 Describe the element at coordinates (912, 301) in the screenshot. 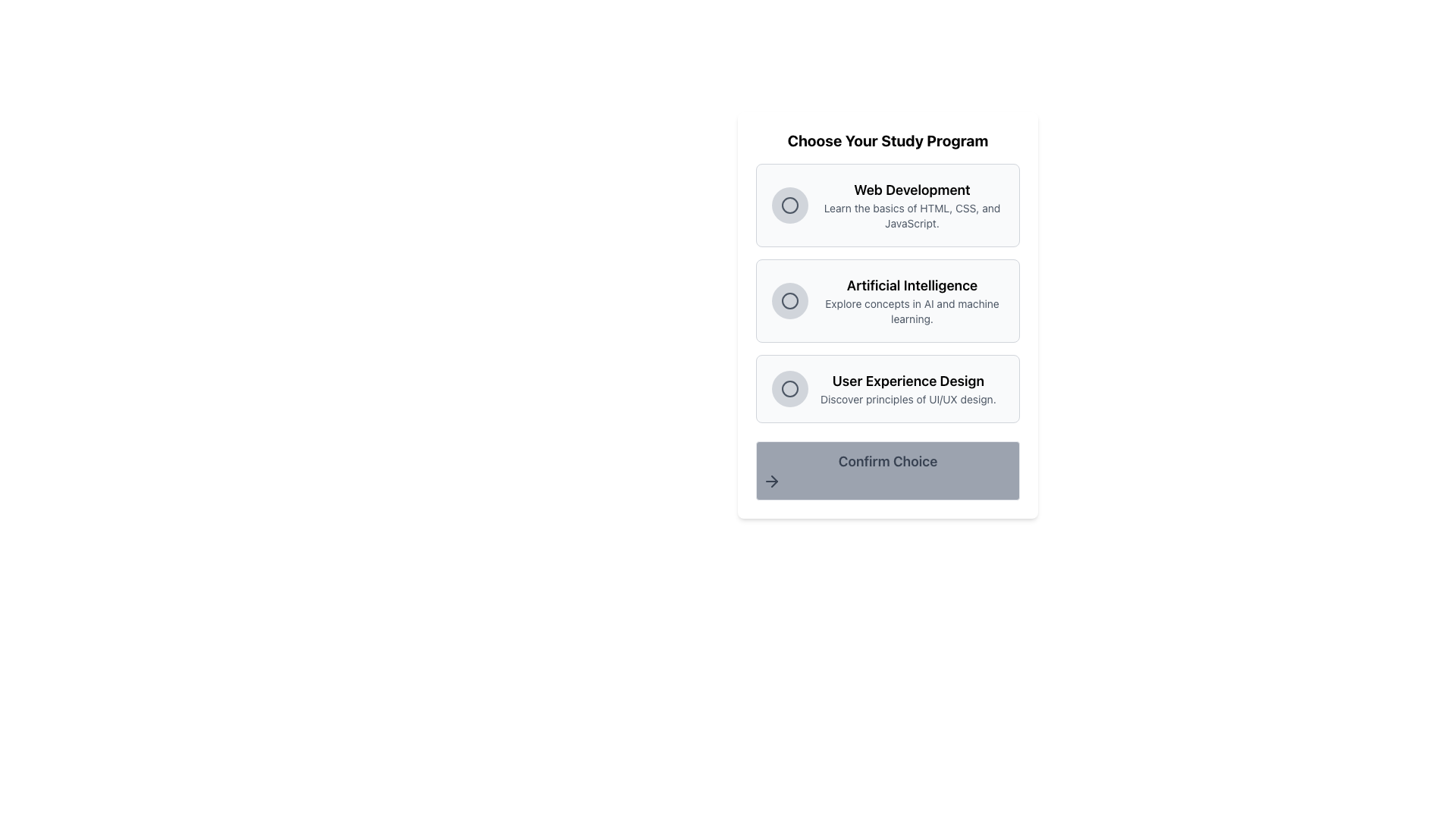

I see `the text block titled 'Artificial Intelligence'` at that location.